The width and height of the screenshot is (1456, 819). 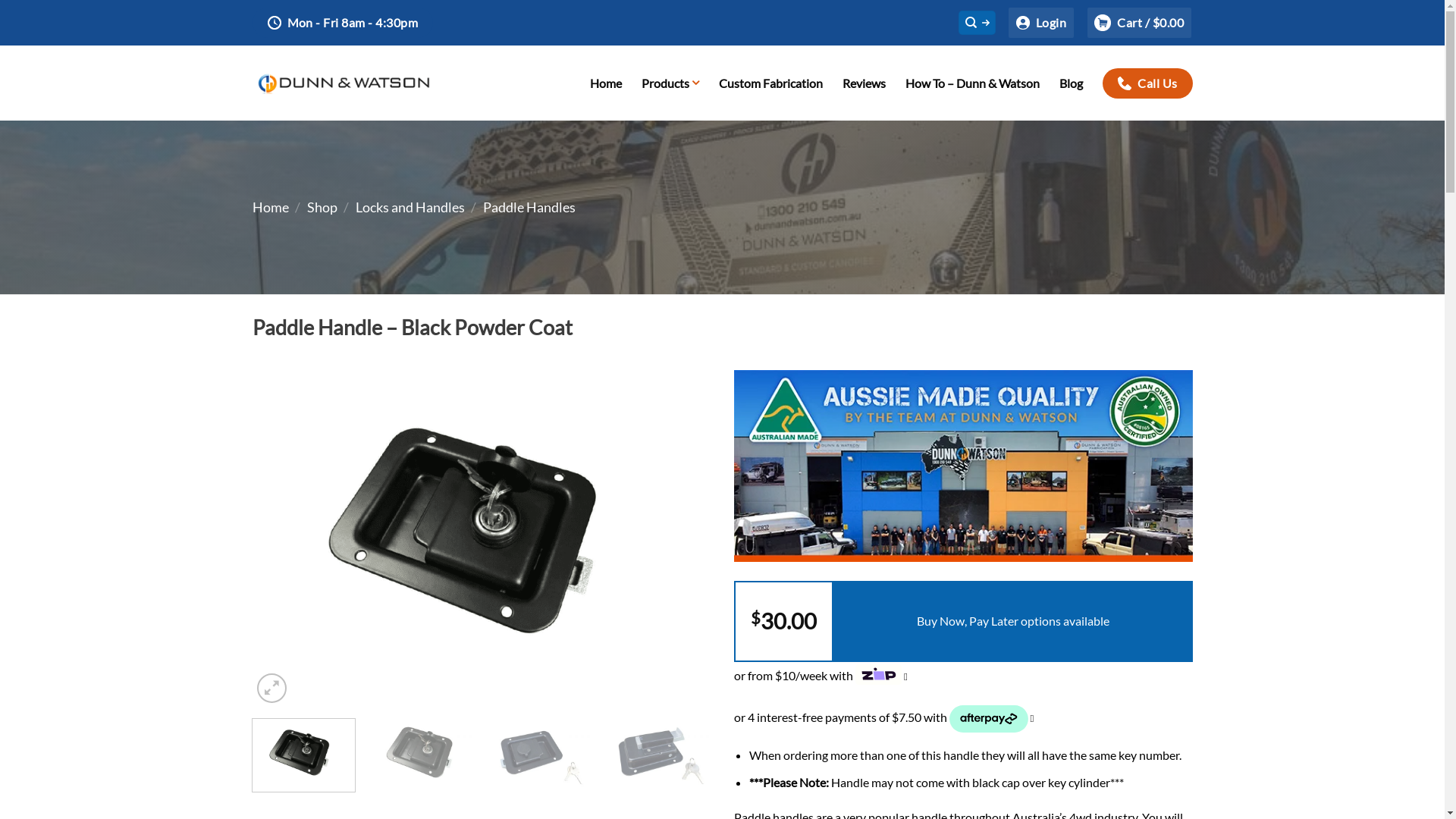 I want to click on 'Products', so click(x=669, y=83).